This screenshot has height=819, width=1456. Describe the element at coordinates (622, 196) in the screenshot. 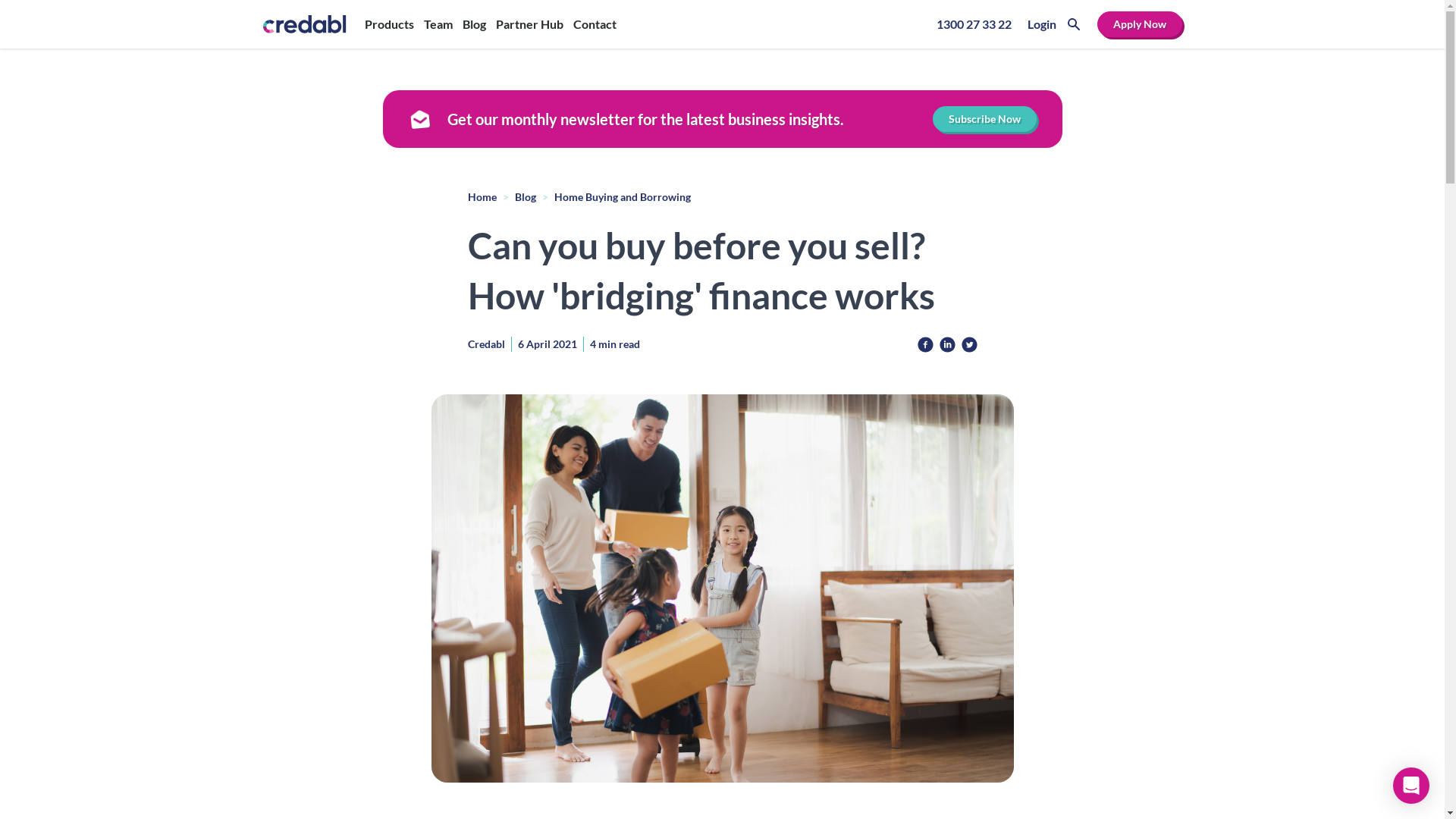

I see `'Home Buying and Borrowing'` at that location.